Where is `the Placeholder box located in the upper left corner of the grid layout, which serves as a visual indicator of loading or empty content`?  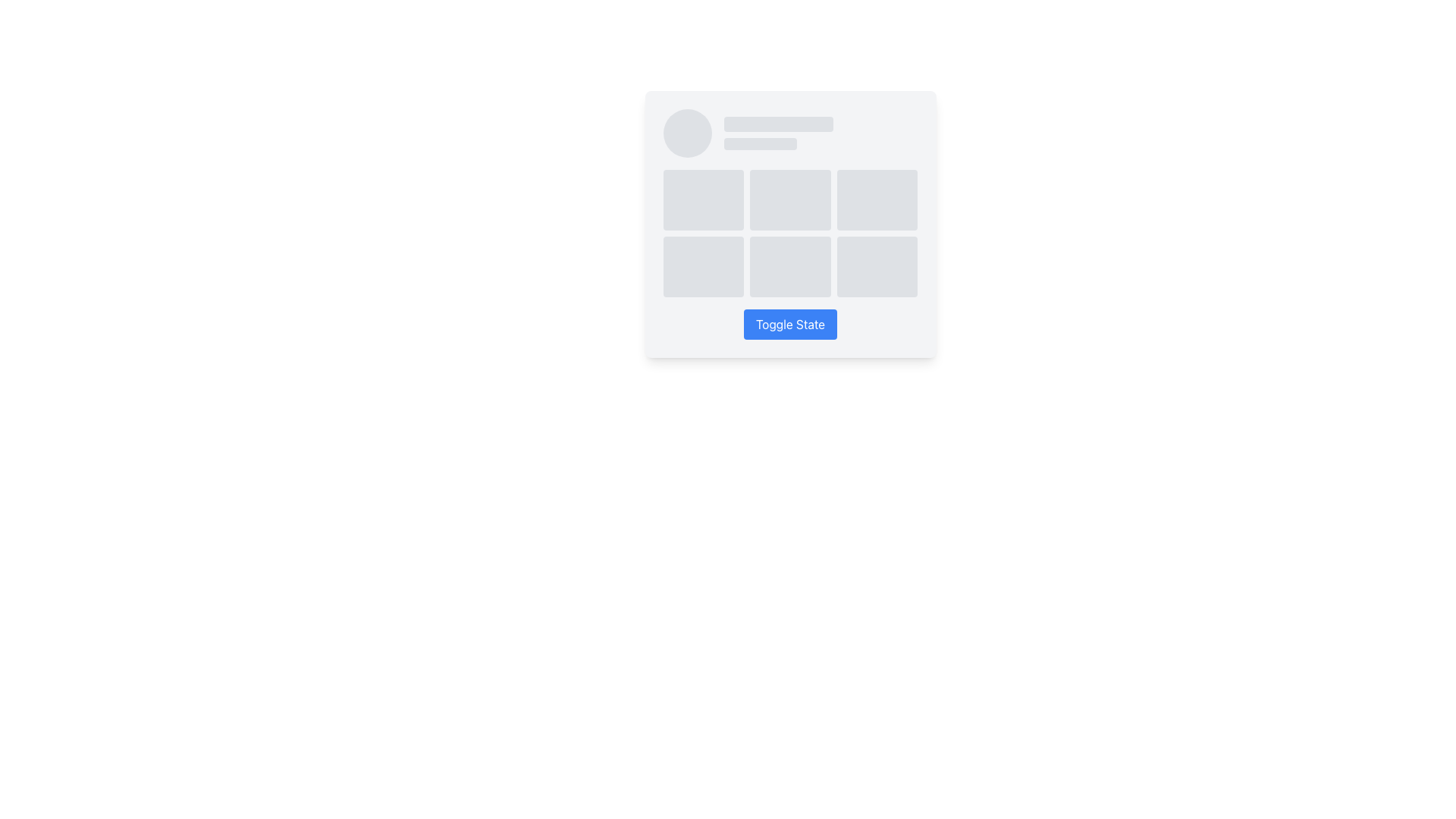 the Placeholder box located in the upper left corner of the grid layout, which serves as a visual indicator of loading or empty content is located at coordinates (702, 199).